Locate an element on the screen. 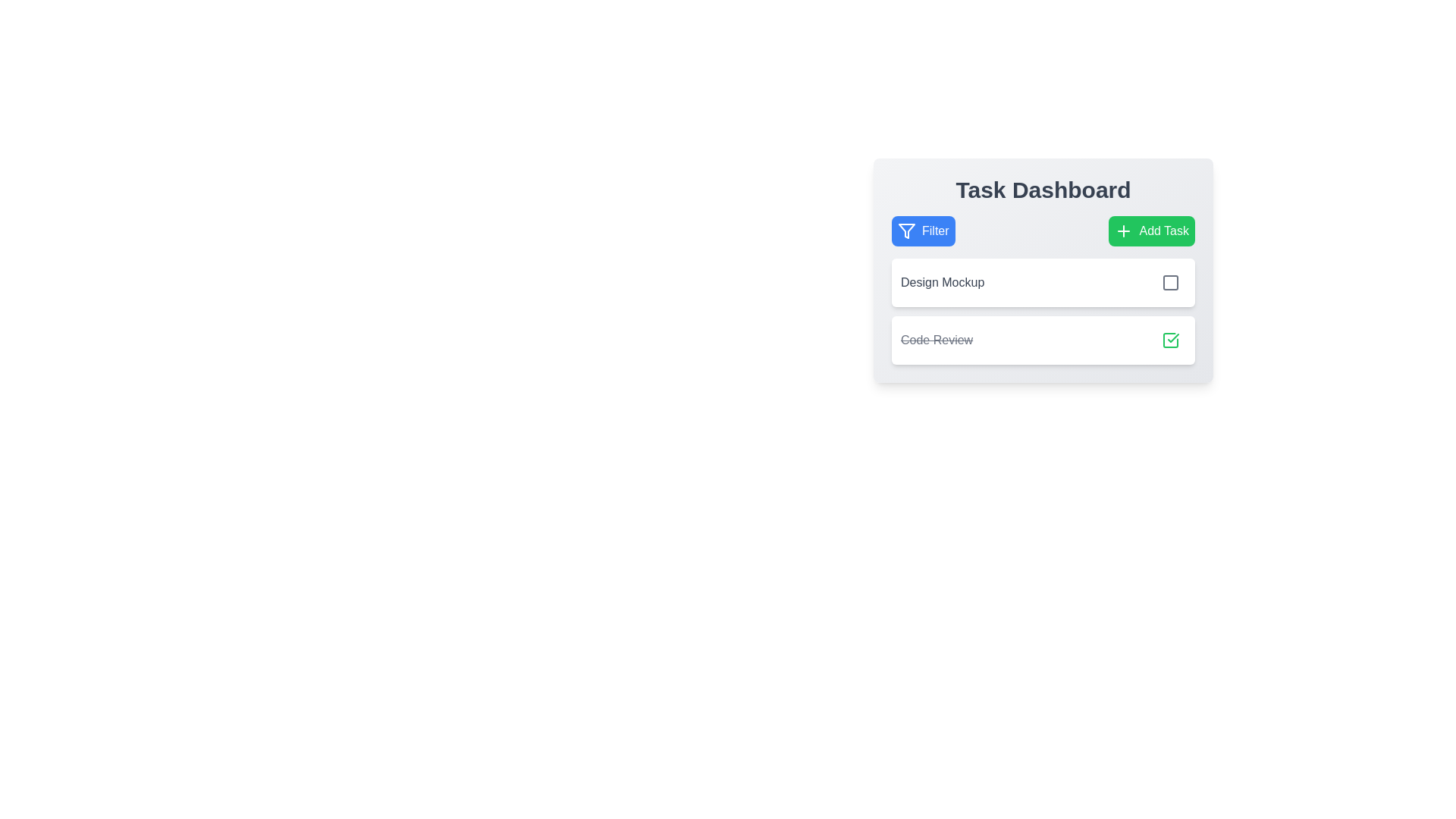 This screenshot has width=1456, height=819. the plus-shaped icon located inside the green 'Add Task' button in the top-right corner of the task management interface is located at coordinates (1124, 231).